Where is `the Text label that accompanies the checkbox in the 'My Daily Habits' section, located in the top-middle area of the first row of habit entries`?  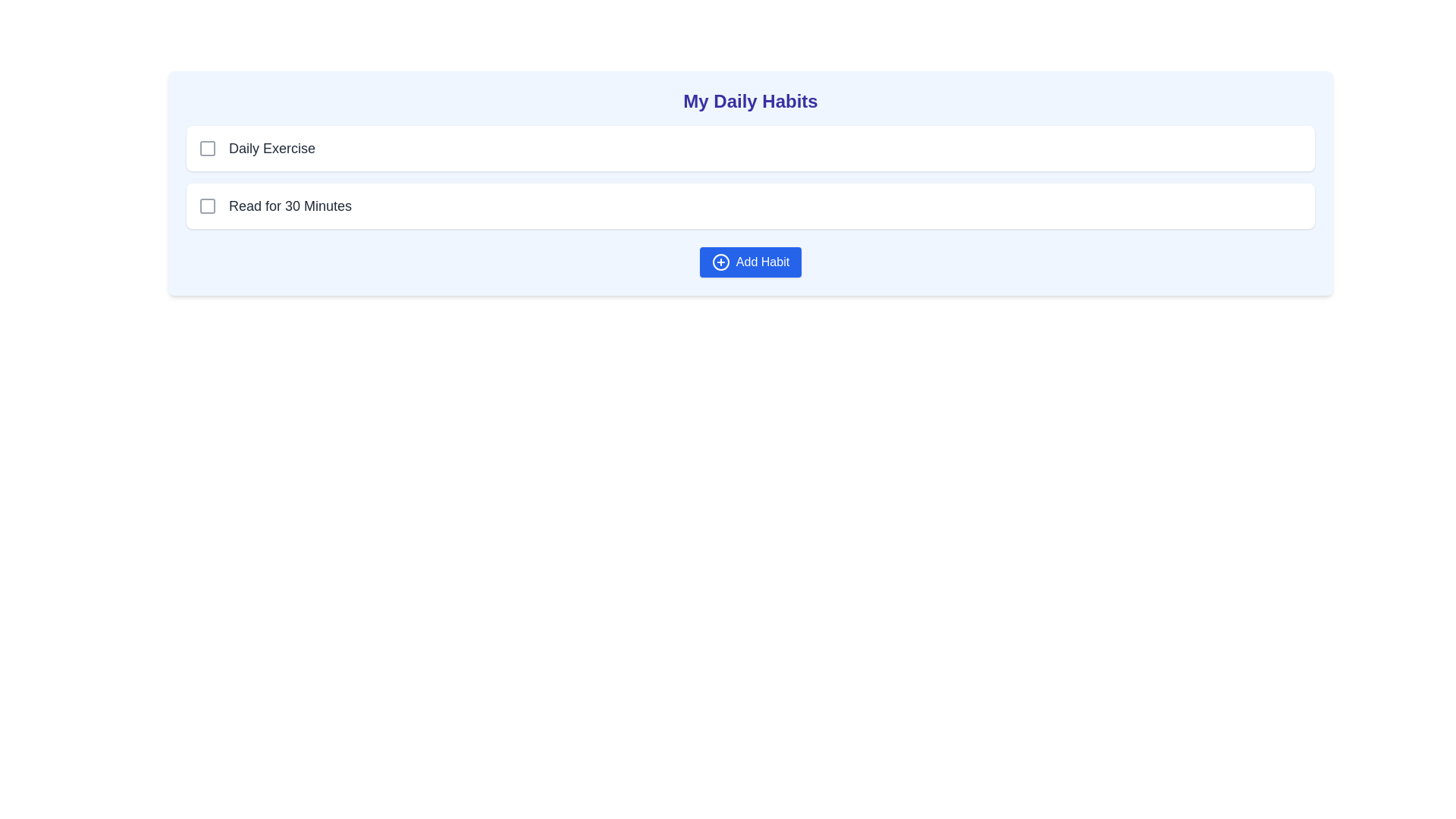 the Text label that accompanies the checkbox in the 'My Daily Habits' section, located in the top-middle area of the first row of habit entries is located at coordinates (272, 149).